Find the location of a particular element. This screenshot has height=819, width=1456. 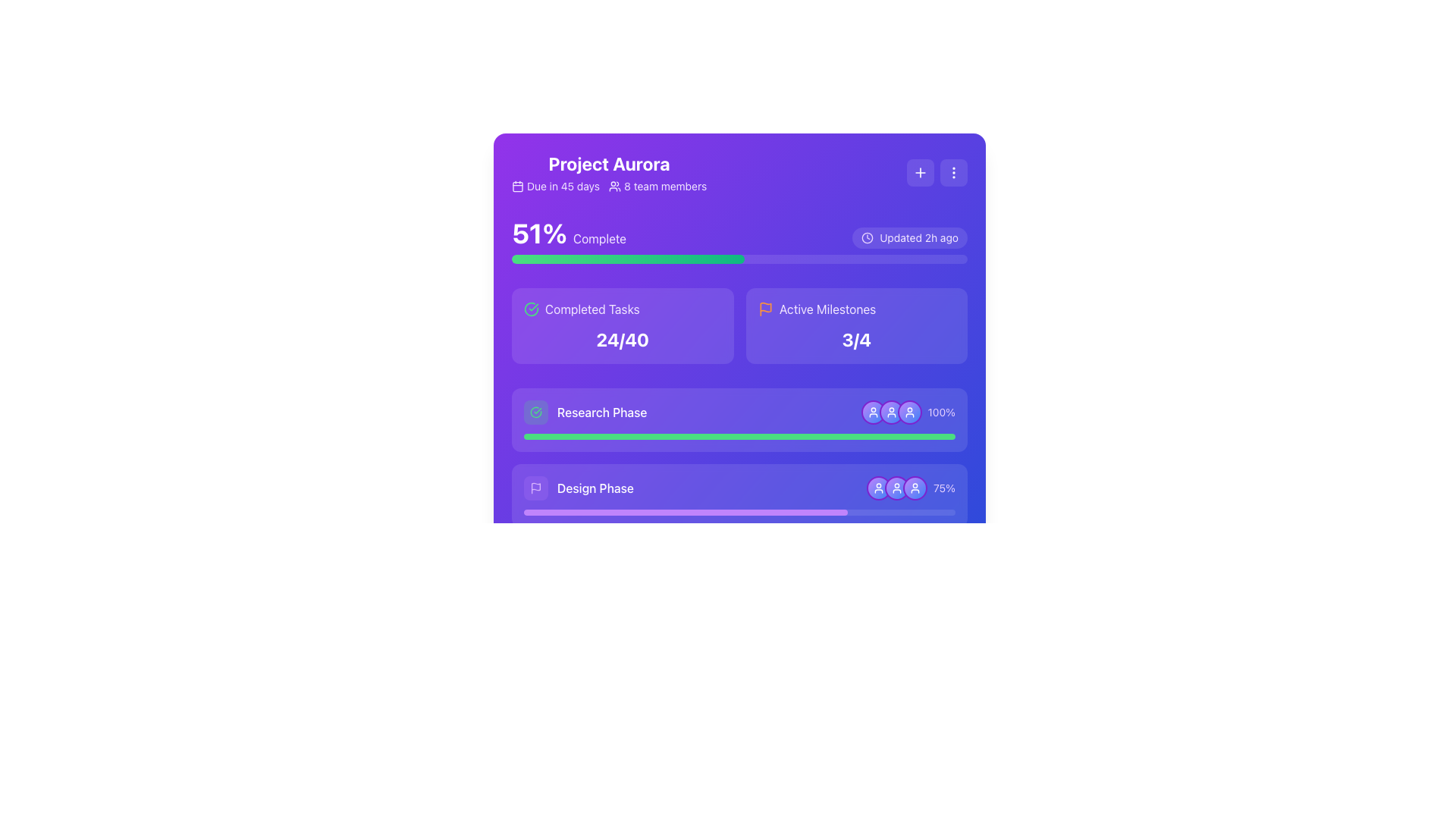

the user avatar representing a team member in the 'Design Phase' section, located to the right of the '75%' progress bar is located at coordinates (896, 488).